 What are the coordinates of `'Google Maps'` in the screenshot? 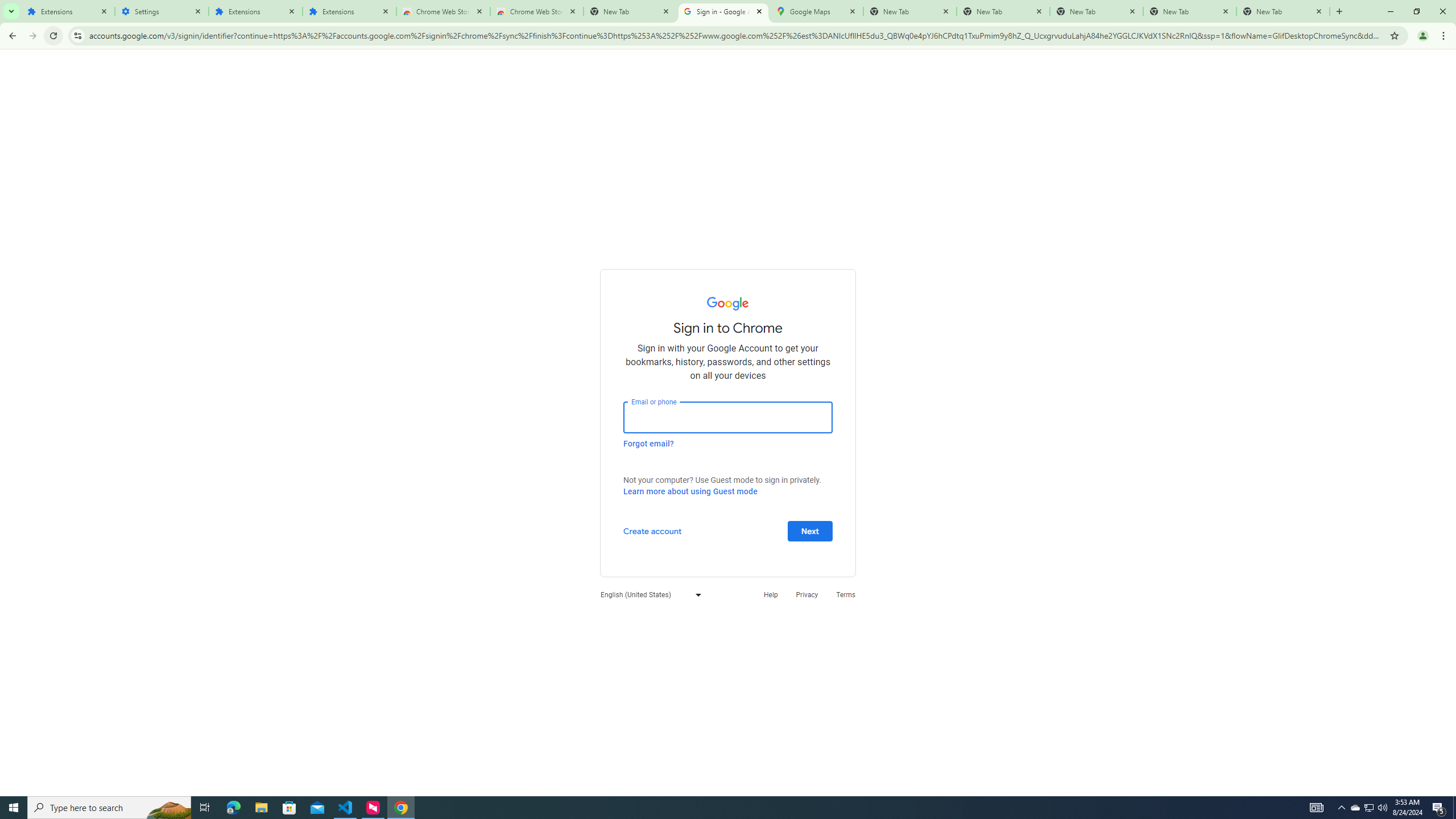 It's located at (816, 11).